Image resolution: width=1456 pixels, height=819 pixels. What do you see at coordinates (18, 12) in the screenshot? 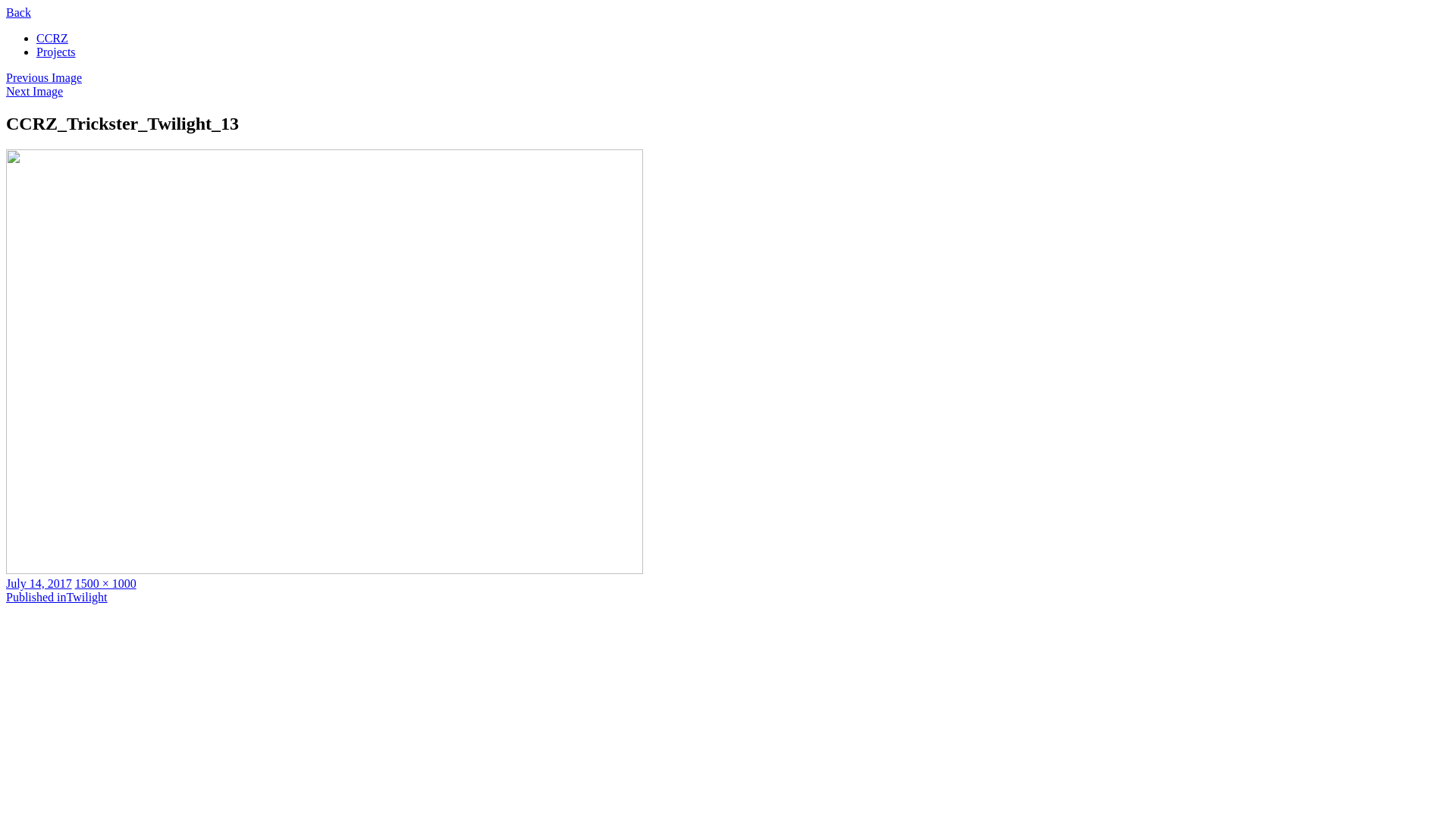
I see `'Back'` at bounding box center [18, 12].